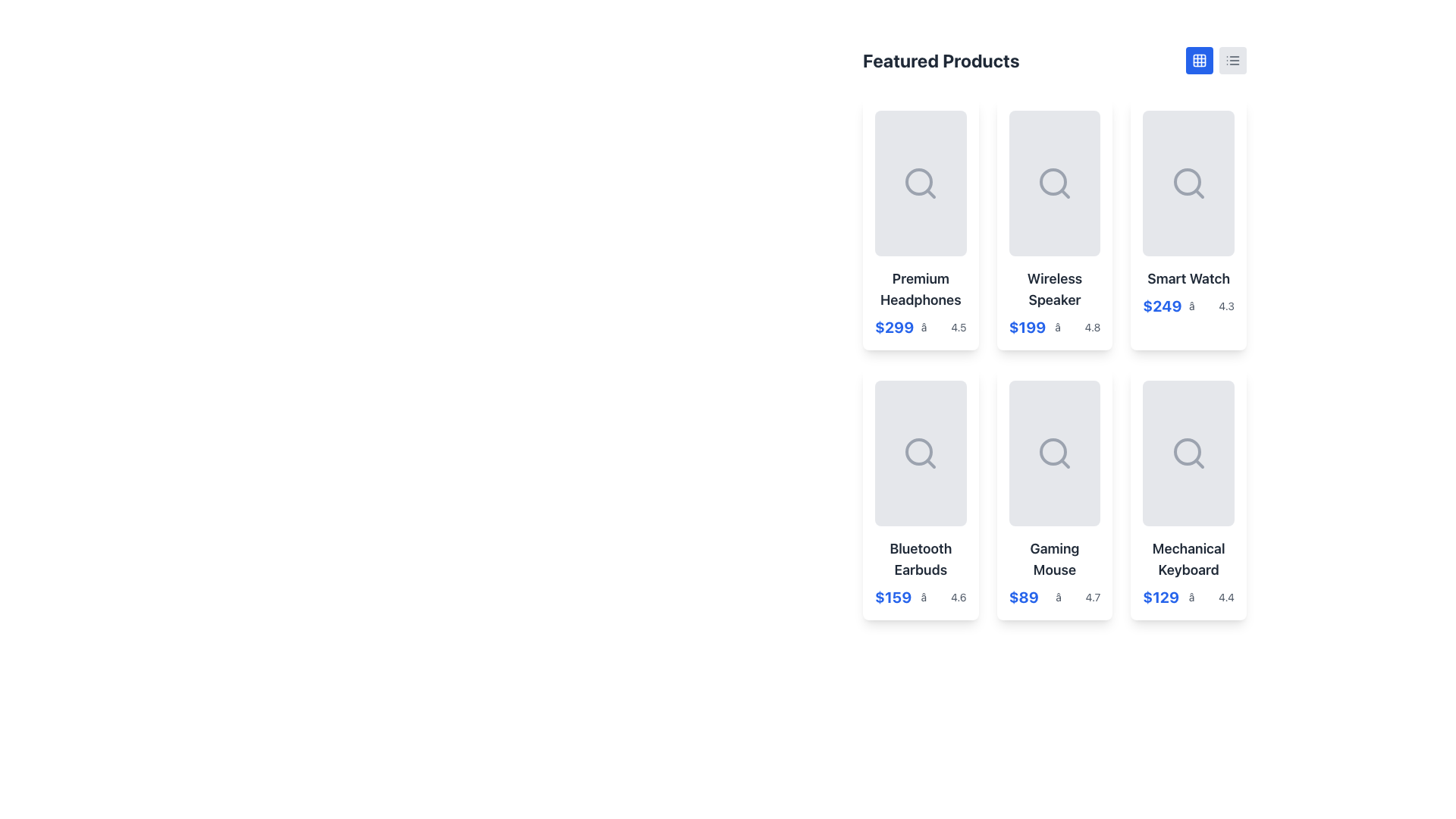  Describe the element at coordinates (1077, 327) in the screenshot. I see `the text label with a star icon that displays the rating '4.8', located under the price of the 'Wireless Speaker' card in the second column of the product grid` at that location.